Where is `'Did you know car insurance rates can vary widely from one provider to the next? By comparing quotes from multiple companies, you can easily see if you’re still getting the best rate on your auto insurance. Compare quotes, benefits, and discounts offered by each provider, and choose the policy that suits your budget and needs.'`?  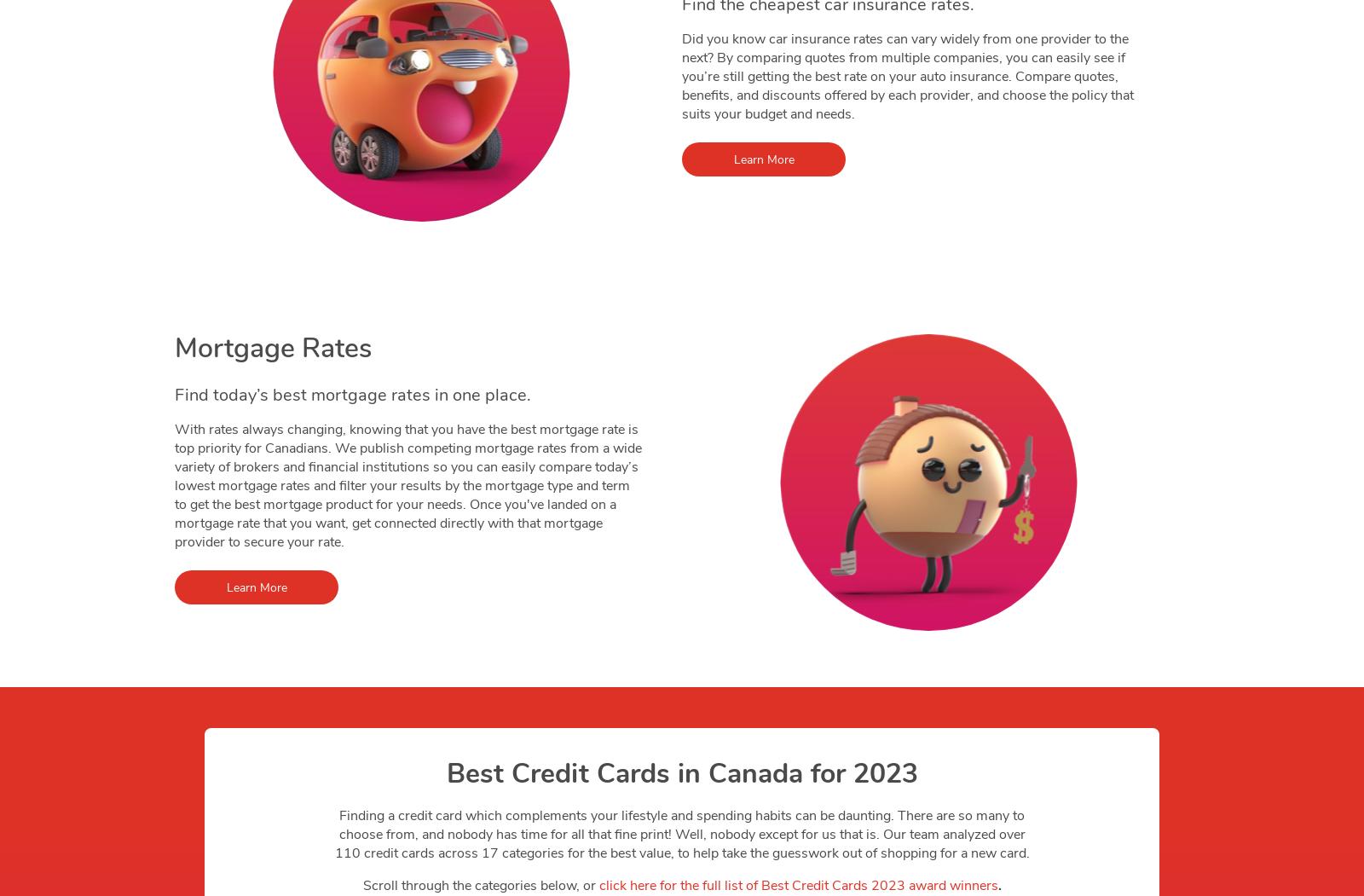
'Did you know car insurance rates can vary widely from one provider to the next? By comparing quotes from multiple companies, you can easily see if you’re still getting the best rate on your auto insurance. Compare quotes, benefits, and discounts offered by each provider, and choose the policy that suits your budget and needs.' is located at coordinates (907, 76).